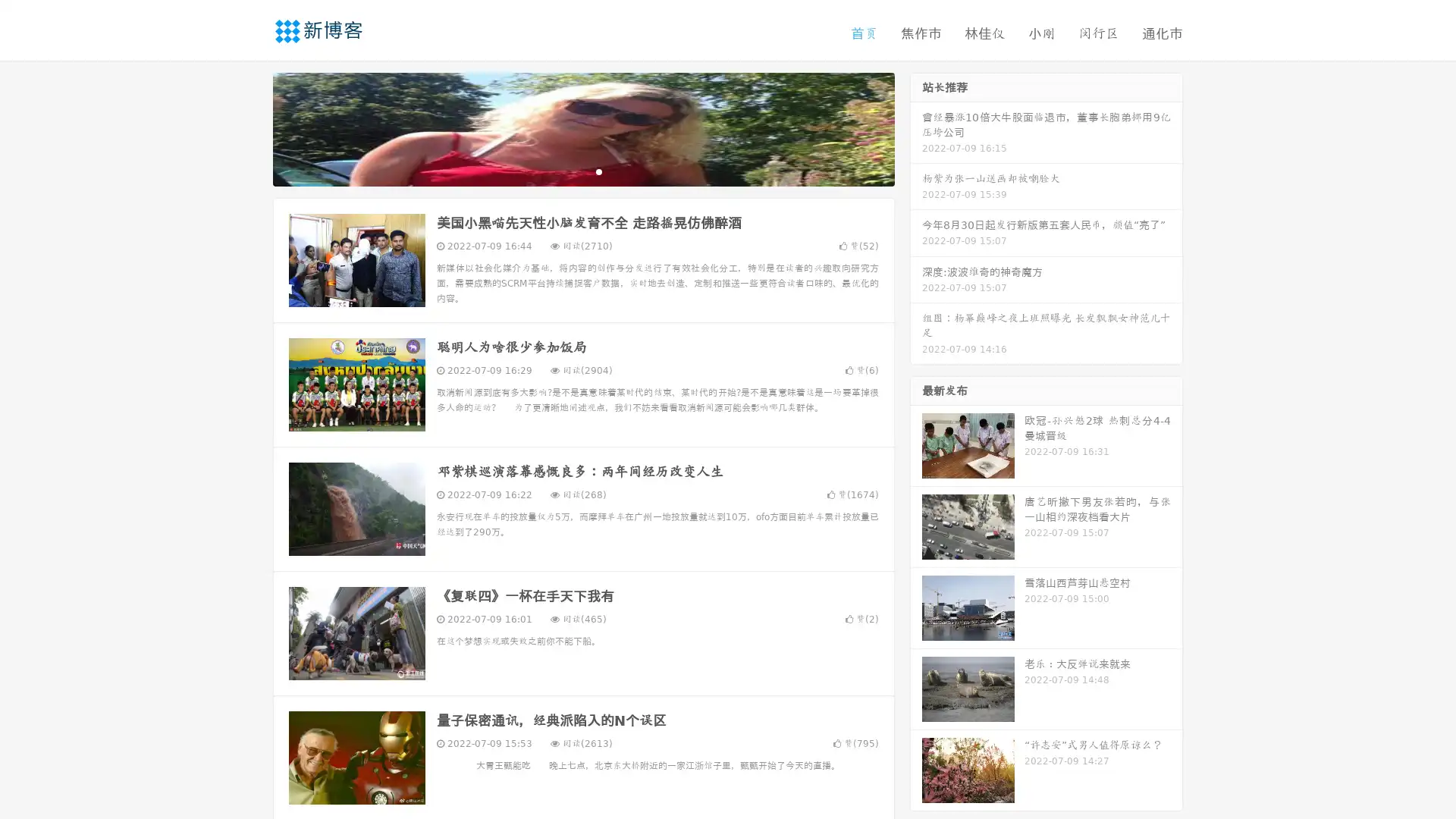 Image resolution: width=1456 pixels, height=819 pixels. What do you see at coordinates (250, 127) in the screenshot?
I see `Previous slide` at bounding box center [250, 127].